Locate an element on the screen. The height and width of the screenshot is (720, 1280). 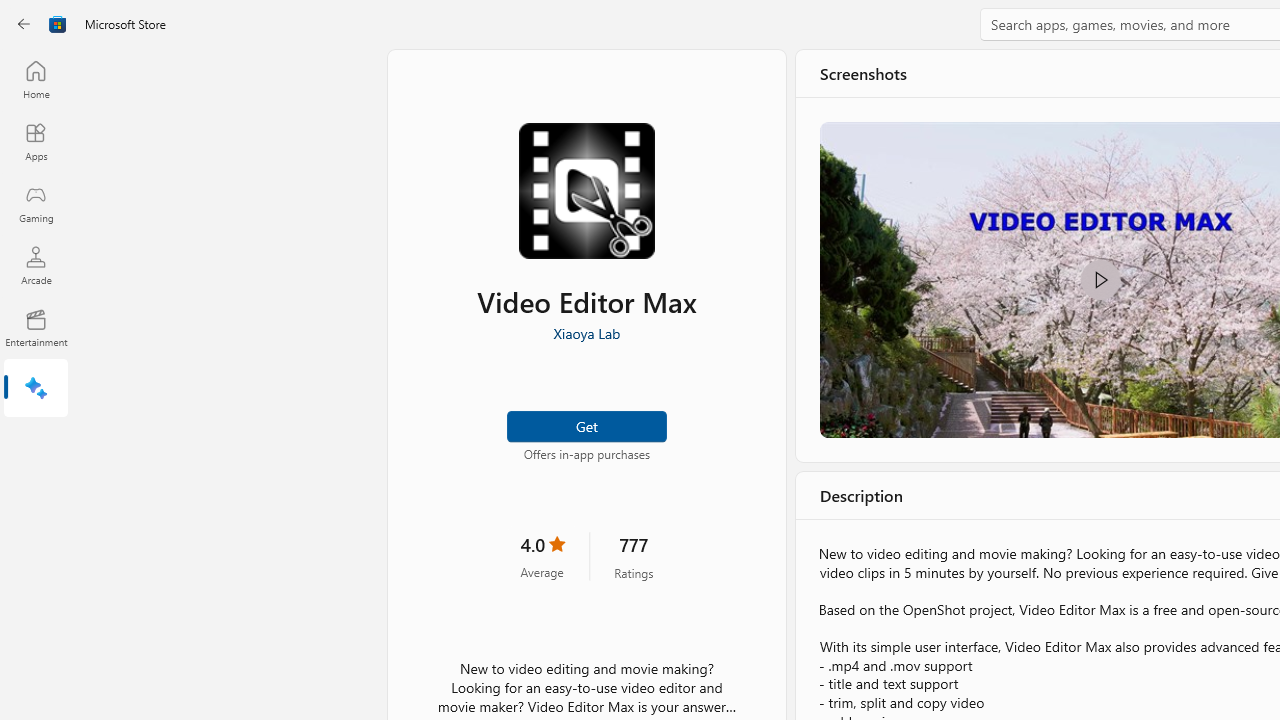
'Entertainment' is located at coordinates (35, 326).